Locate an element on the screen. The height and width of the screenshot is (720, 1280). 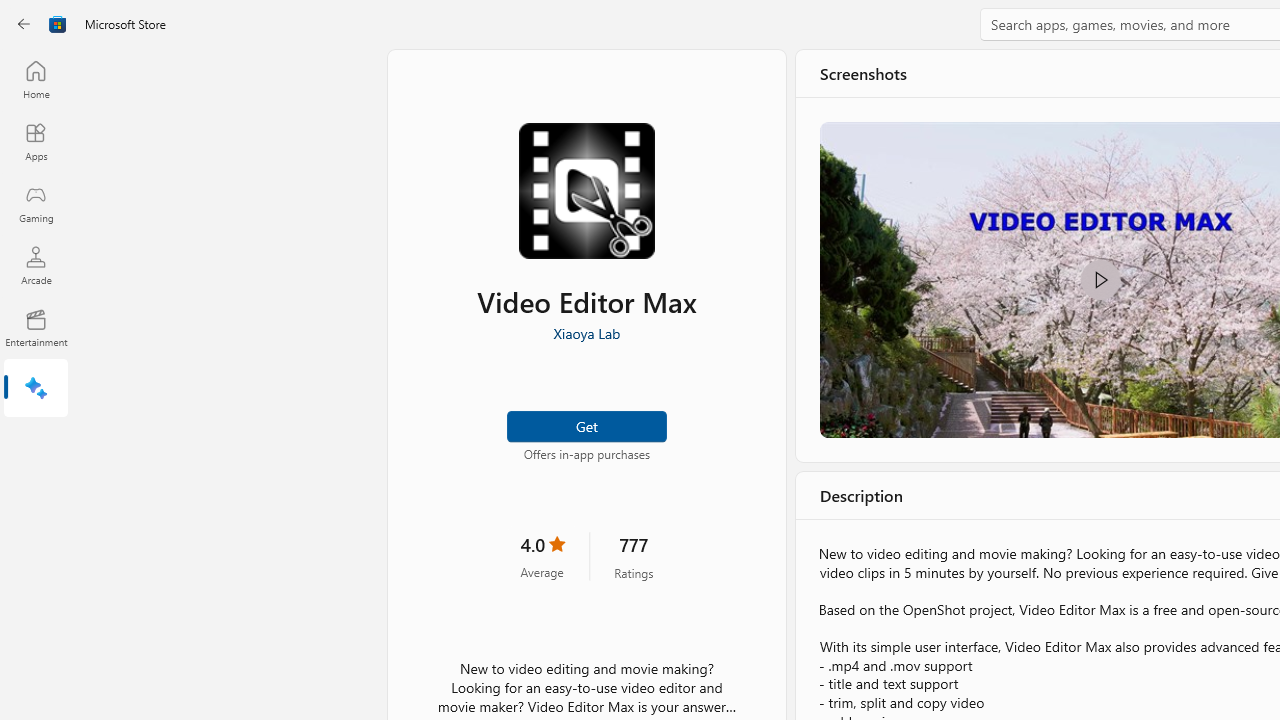
'Entertainment' is located at coordinates (35, 326).